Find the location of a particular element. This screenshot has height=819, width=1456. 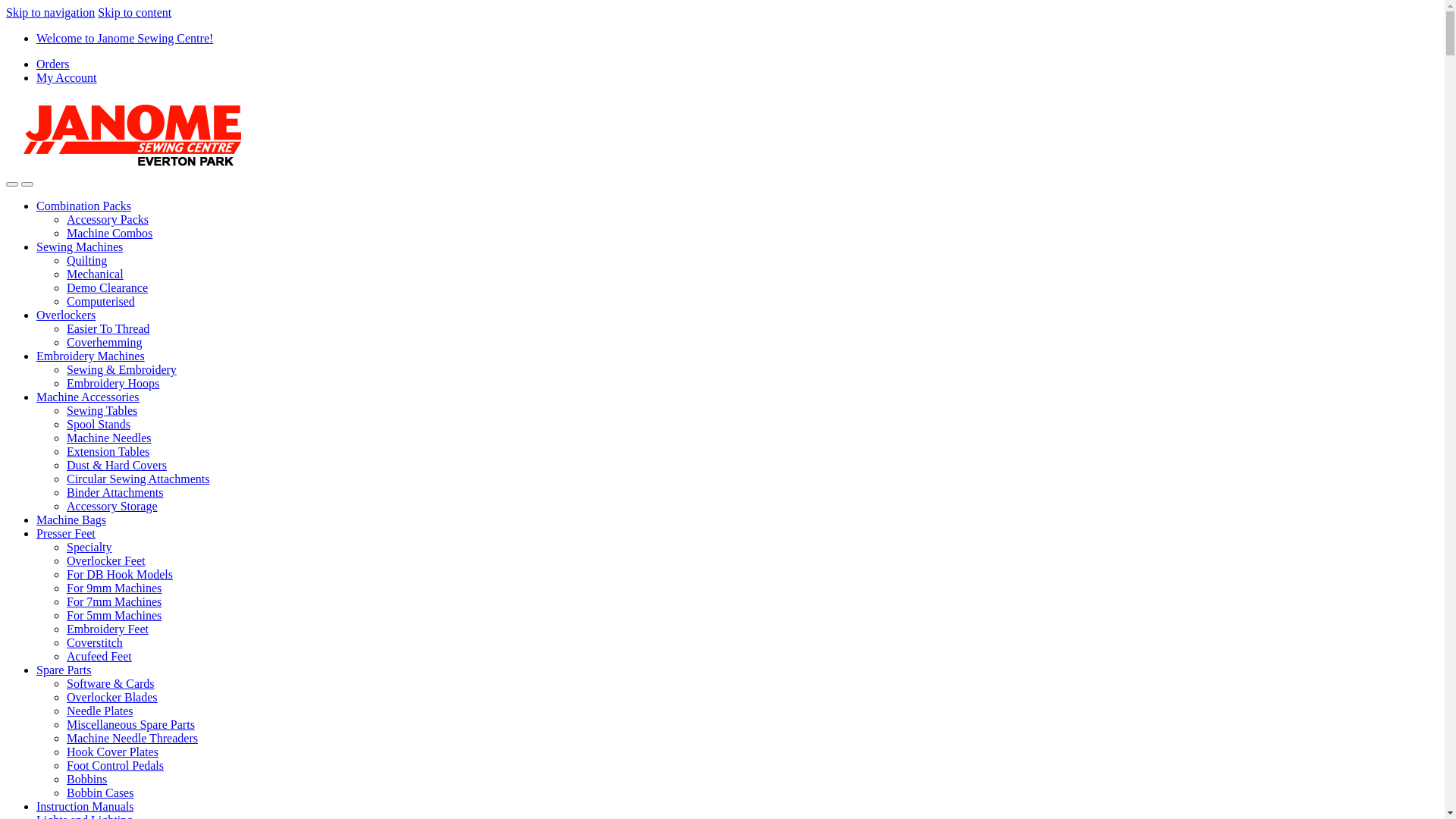

'Instruction Manuals' is located at coordinates (36, 805).